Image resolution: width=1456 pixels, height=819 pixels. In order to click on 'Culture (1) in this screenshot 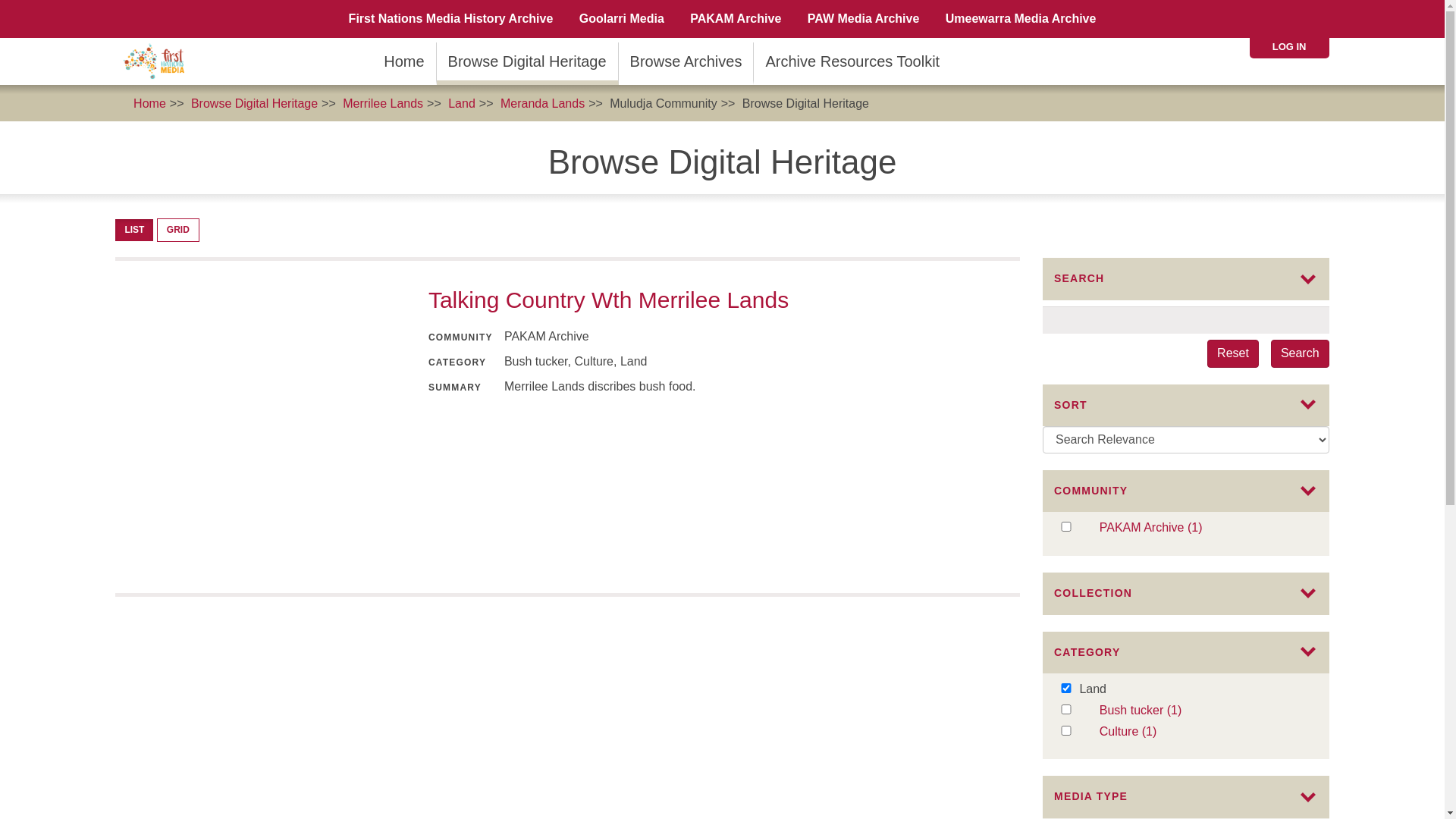, I will do `click(1203, 731)`.